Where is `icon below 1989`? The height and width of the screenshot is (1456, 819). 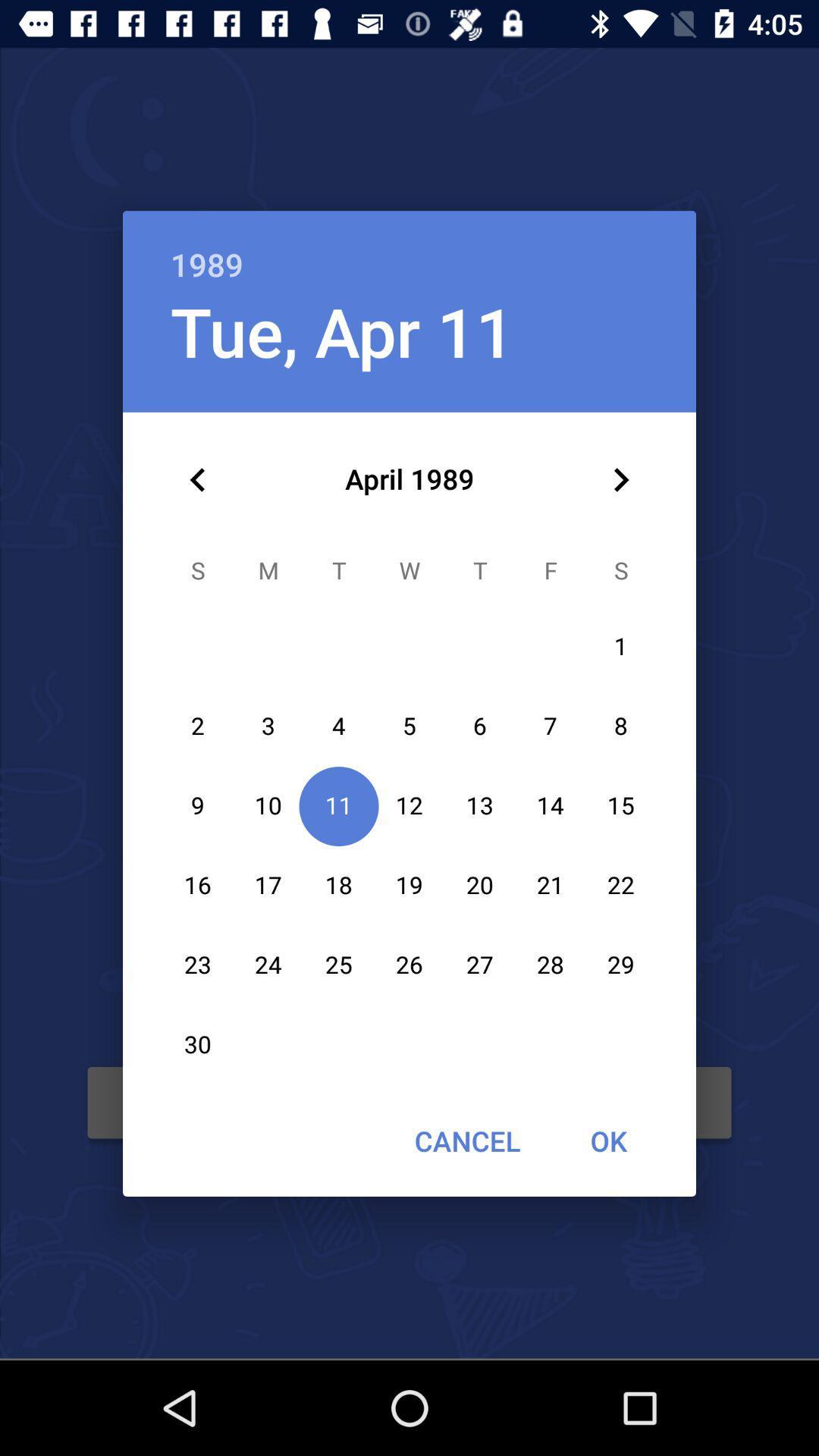
icon below 1989 is located at coordinates (342, 330).